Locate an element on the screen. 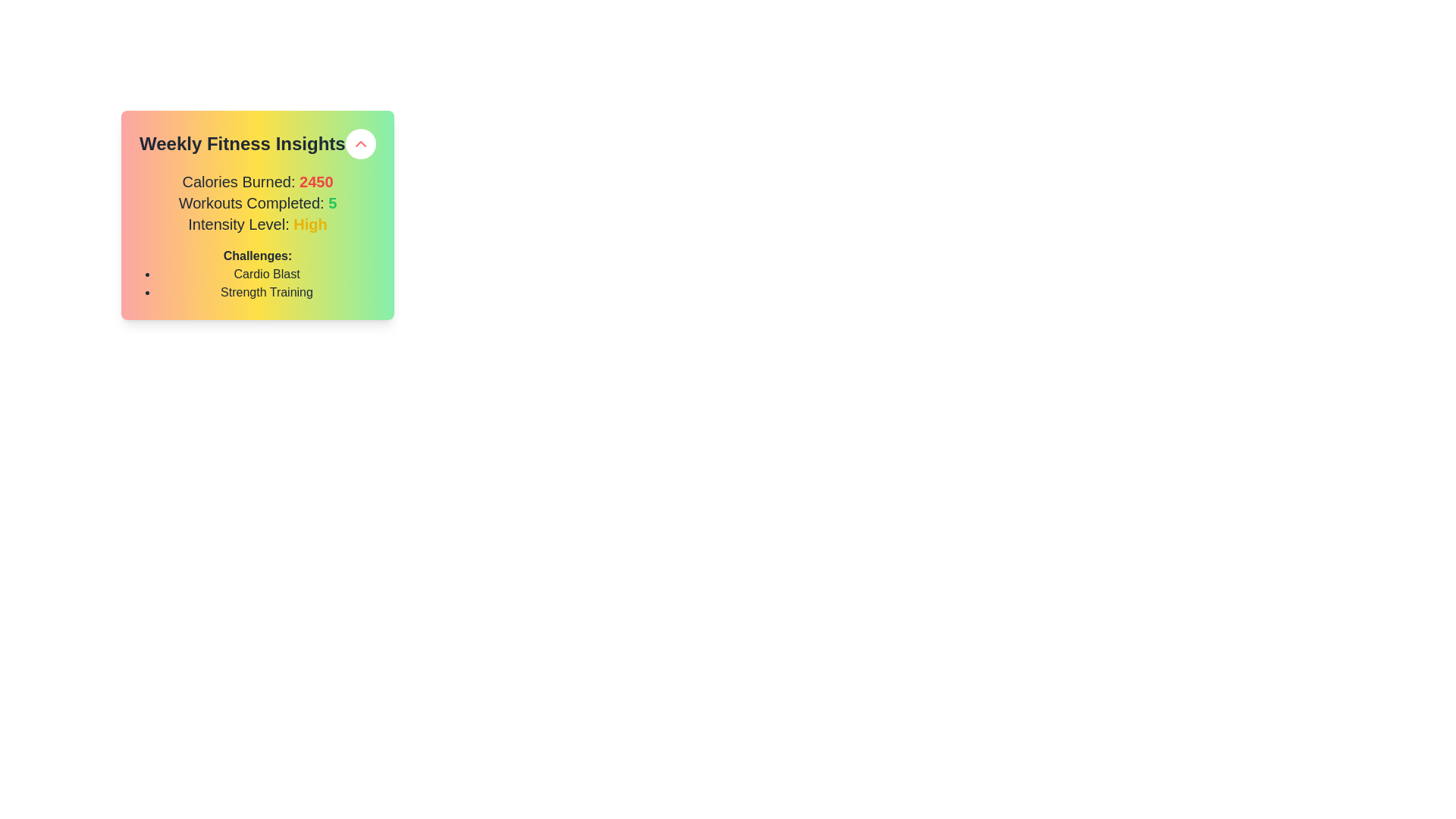 Image resolution: width=1456 pixels, height=819 pixels. the upward-pointing chevron icon located in the top-right corner of the 'Weekly Fitness Insights' card, which serves as a toggle for collapsing or expanding content is located at coordinates (359, 143).